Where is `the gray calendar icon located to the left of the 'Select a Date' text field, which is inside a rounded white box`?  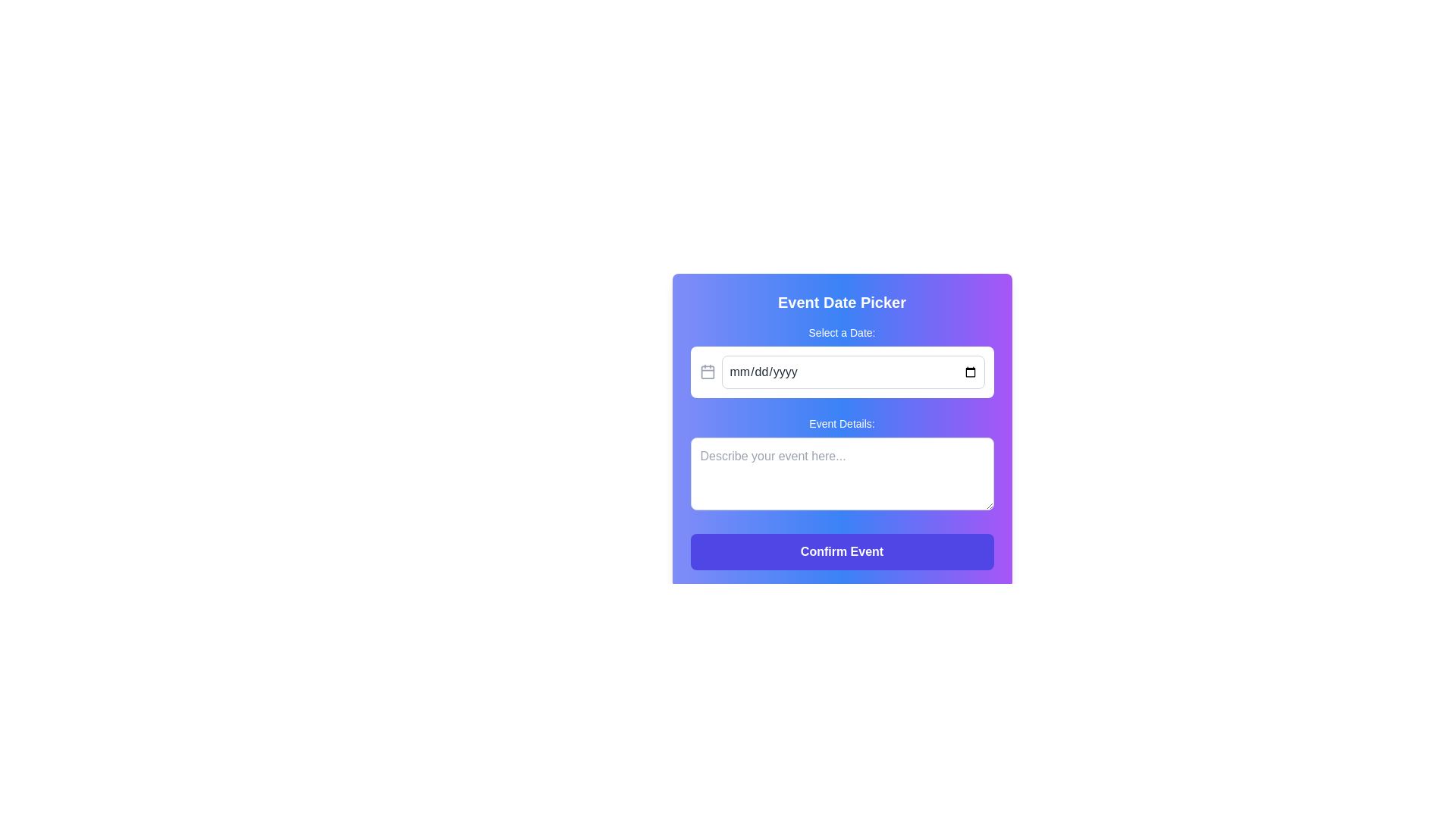 the gray calendar icon located to the left of the 'Select a Date' text field, which is inside a rounded white box is located at coordinates (707, 372).